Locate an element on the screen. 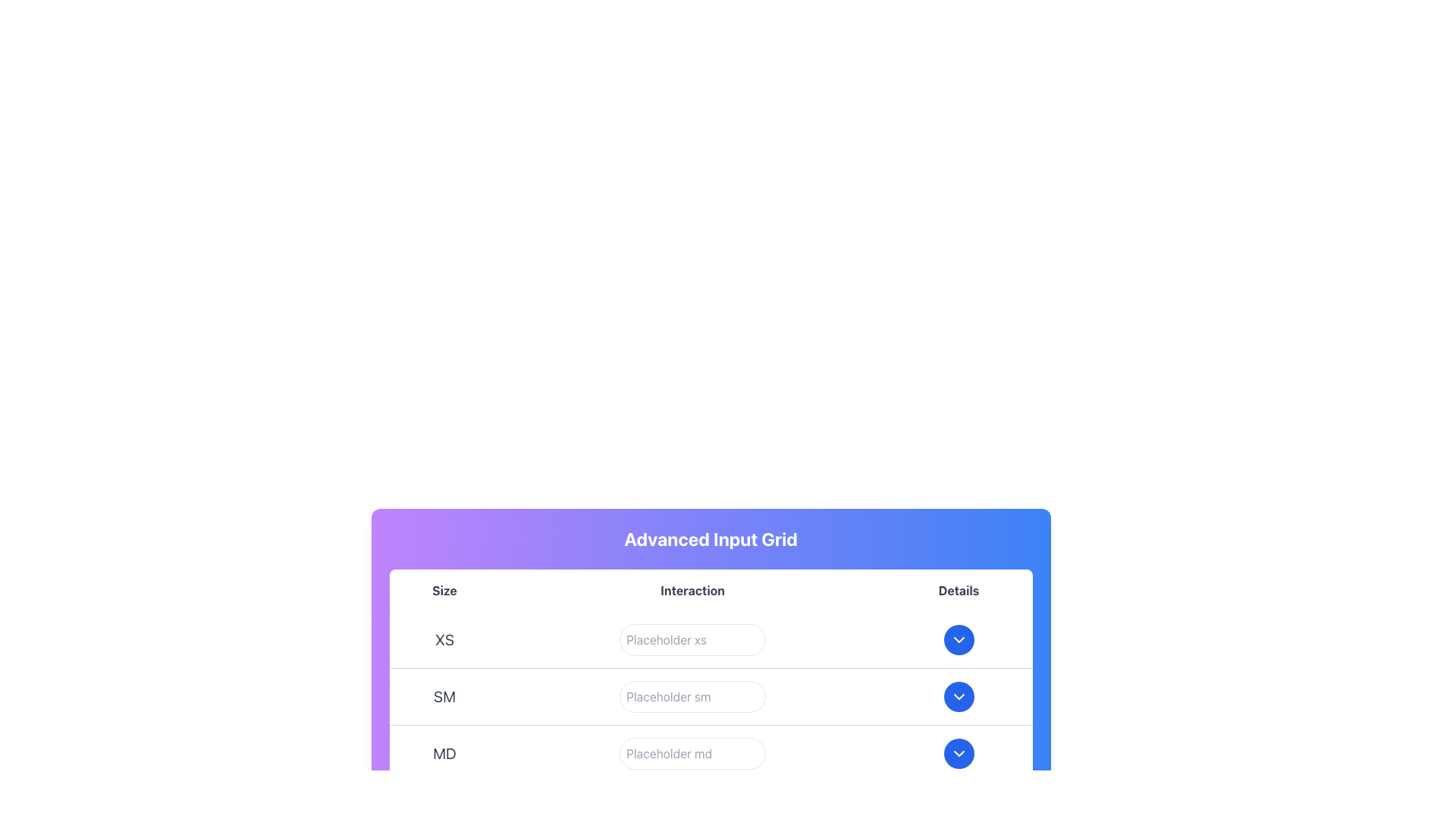  the chevron-down icon in the Details column of the second row is located at coordinates (958, 696).